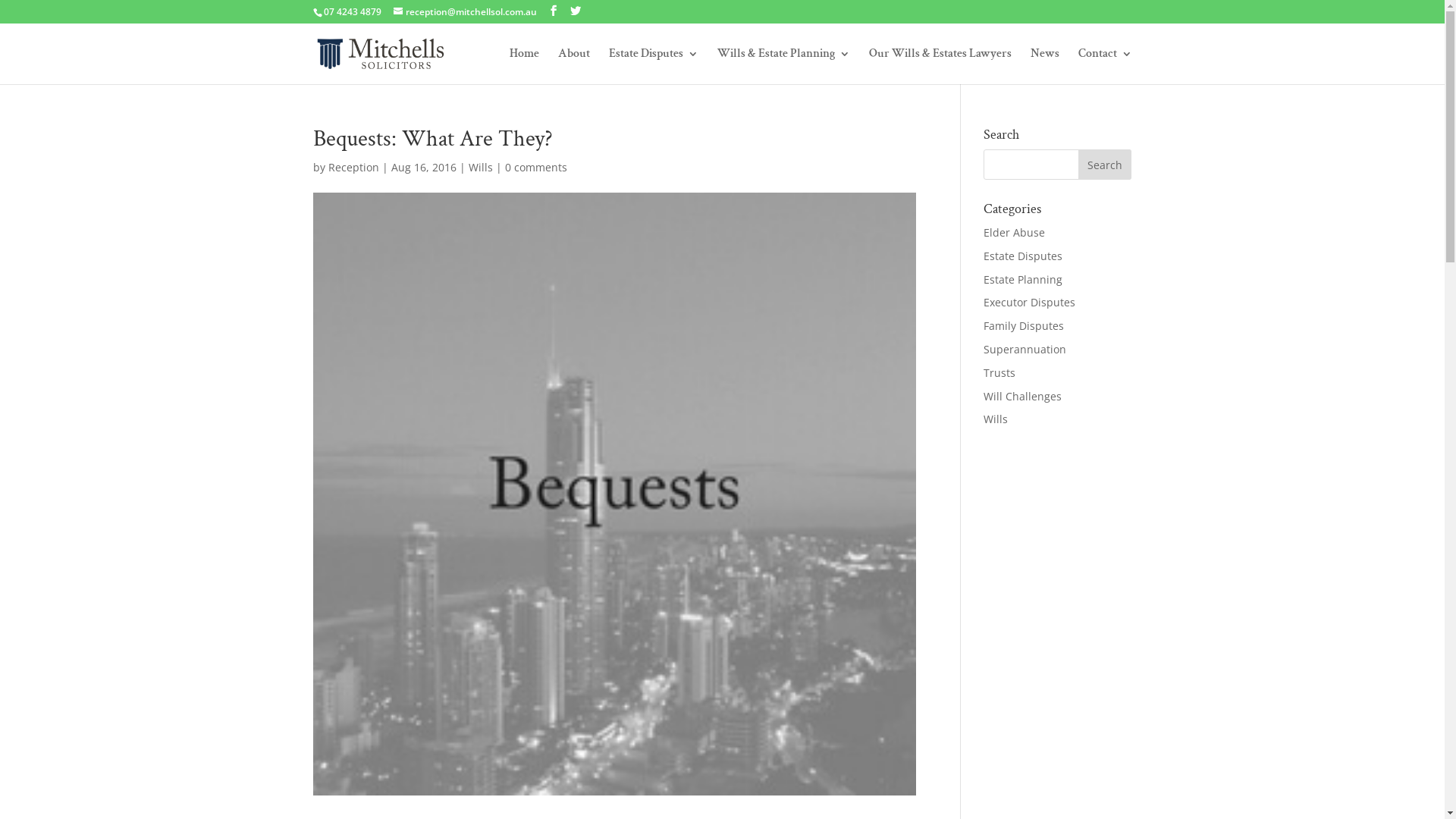 The height and width of the screenshot is (819, 1456). What do you see at coordinates (783, 65) in the screenshot?
I see `'Wills & Estate Planning'` at bounding box center [783, 65].